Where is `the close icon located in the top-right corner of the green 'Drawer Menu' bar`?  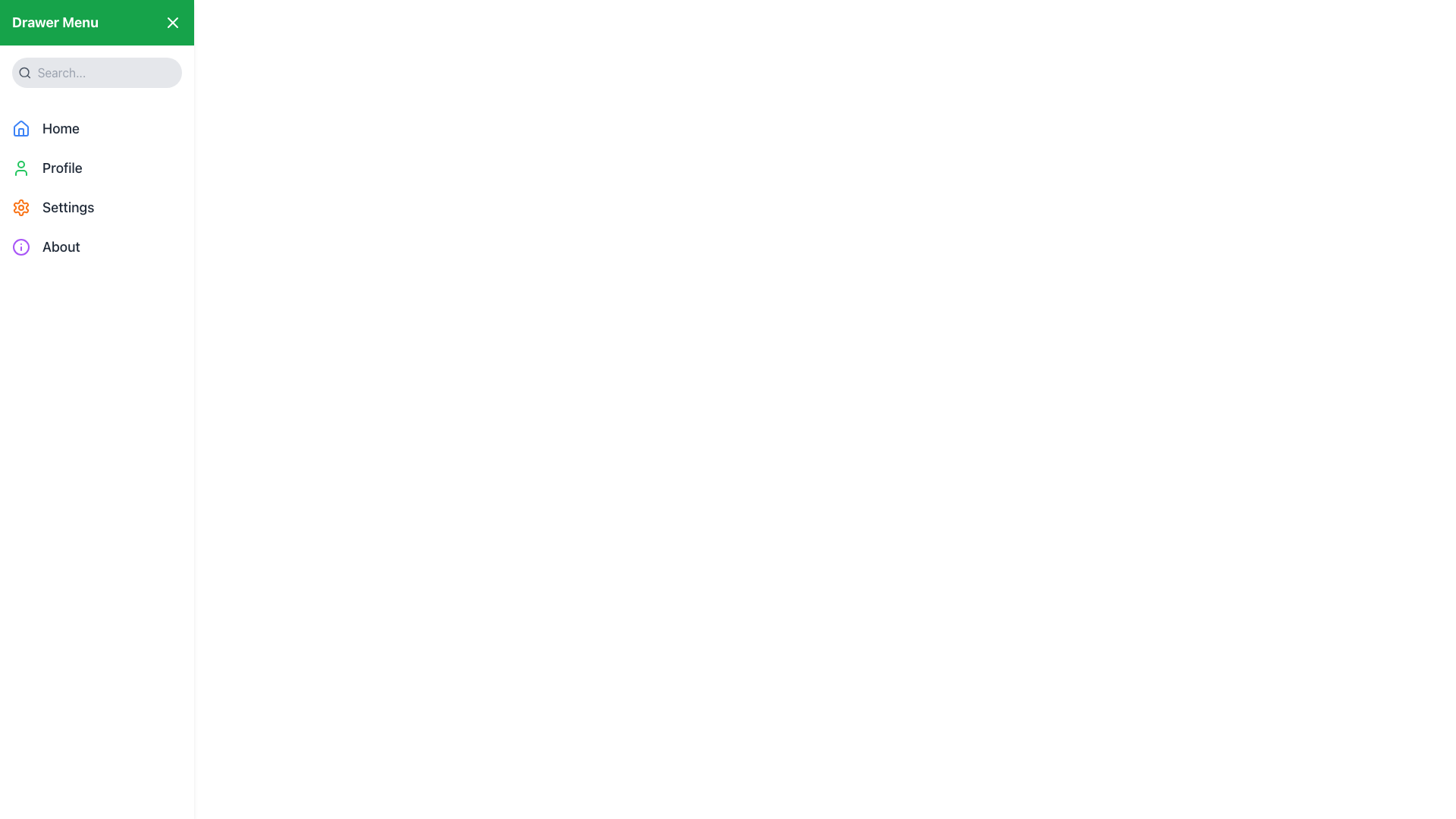
the close icon located in the top-right corner of the green 'Drawer Menu' bar is located at coordinates (172, 23).